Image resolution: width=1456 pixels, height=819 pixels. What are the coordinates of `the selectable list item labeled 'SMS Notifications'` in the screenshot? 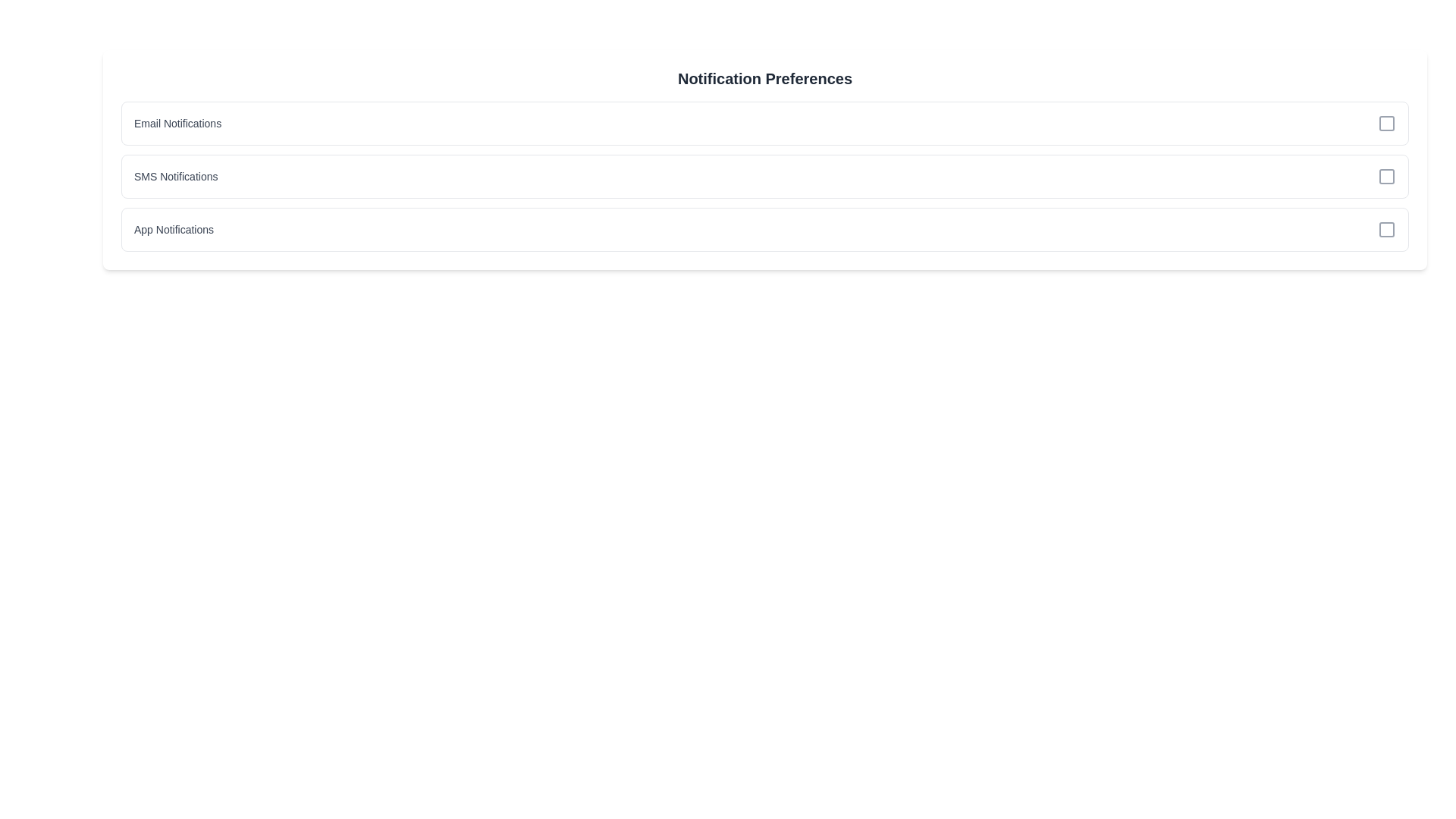 It's located at (764, 175).